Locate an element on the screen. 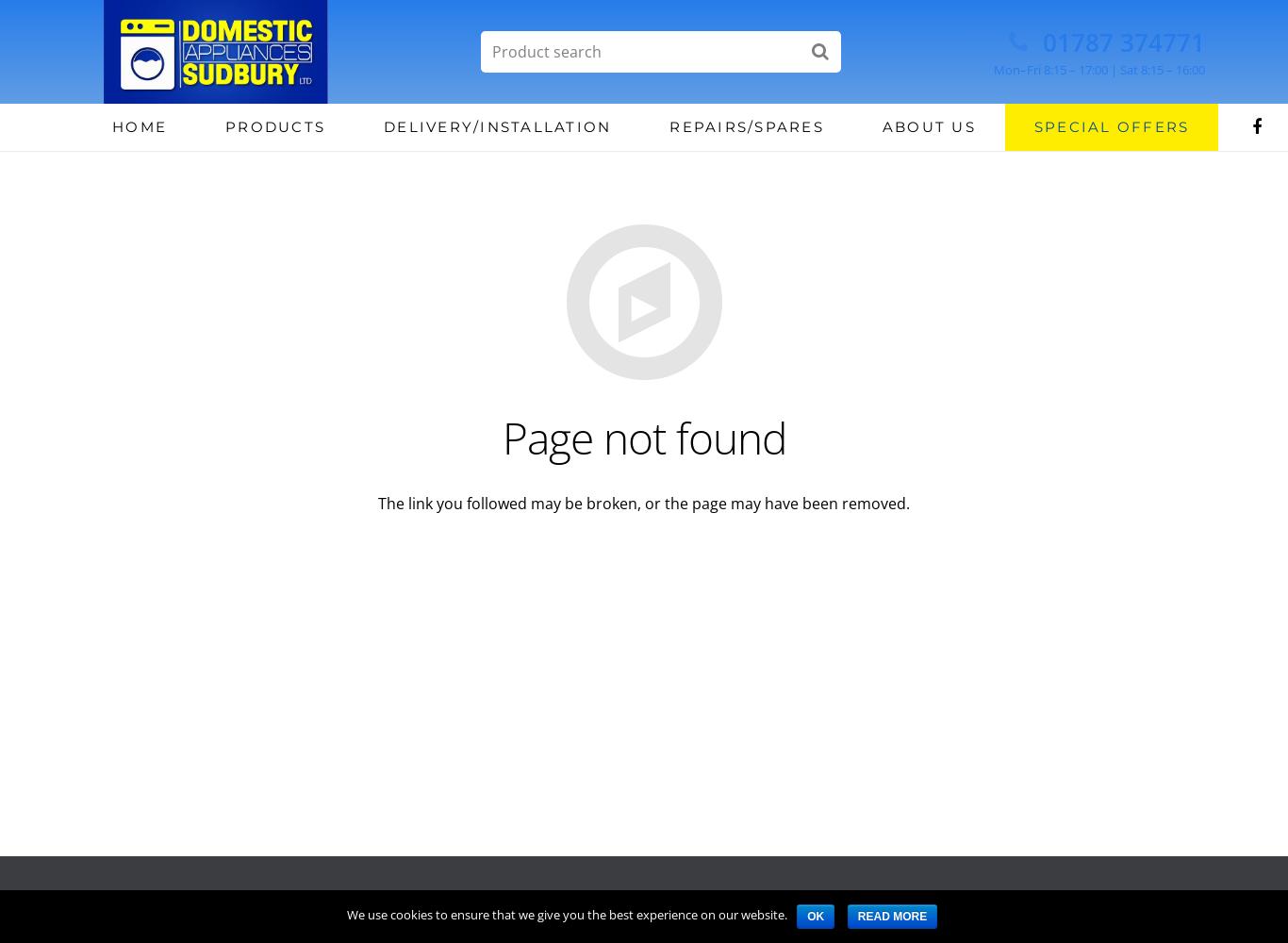 The height and width of the screenshot is (943, 1288). 'Terms' is located at coordinates (834, 899).